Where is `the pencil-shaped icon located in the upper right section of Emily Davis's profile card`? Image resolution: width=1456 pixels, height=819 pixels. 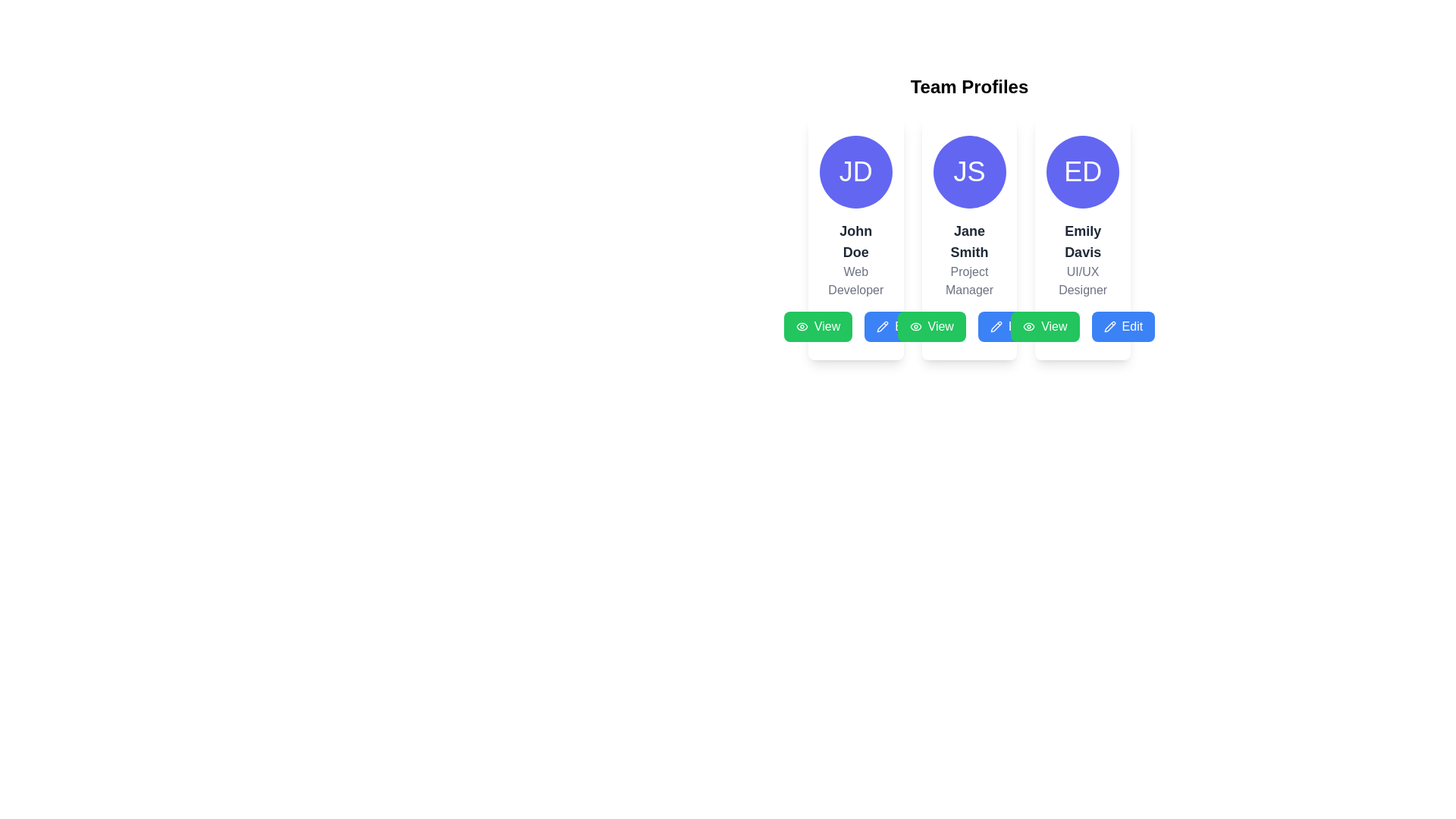
the pencil-shaped icon located in the upper right section of Emily Davis's profile card is located at coordinates (1109, 326).